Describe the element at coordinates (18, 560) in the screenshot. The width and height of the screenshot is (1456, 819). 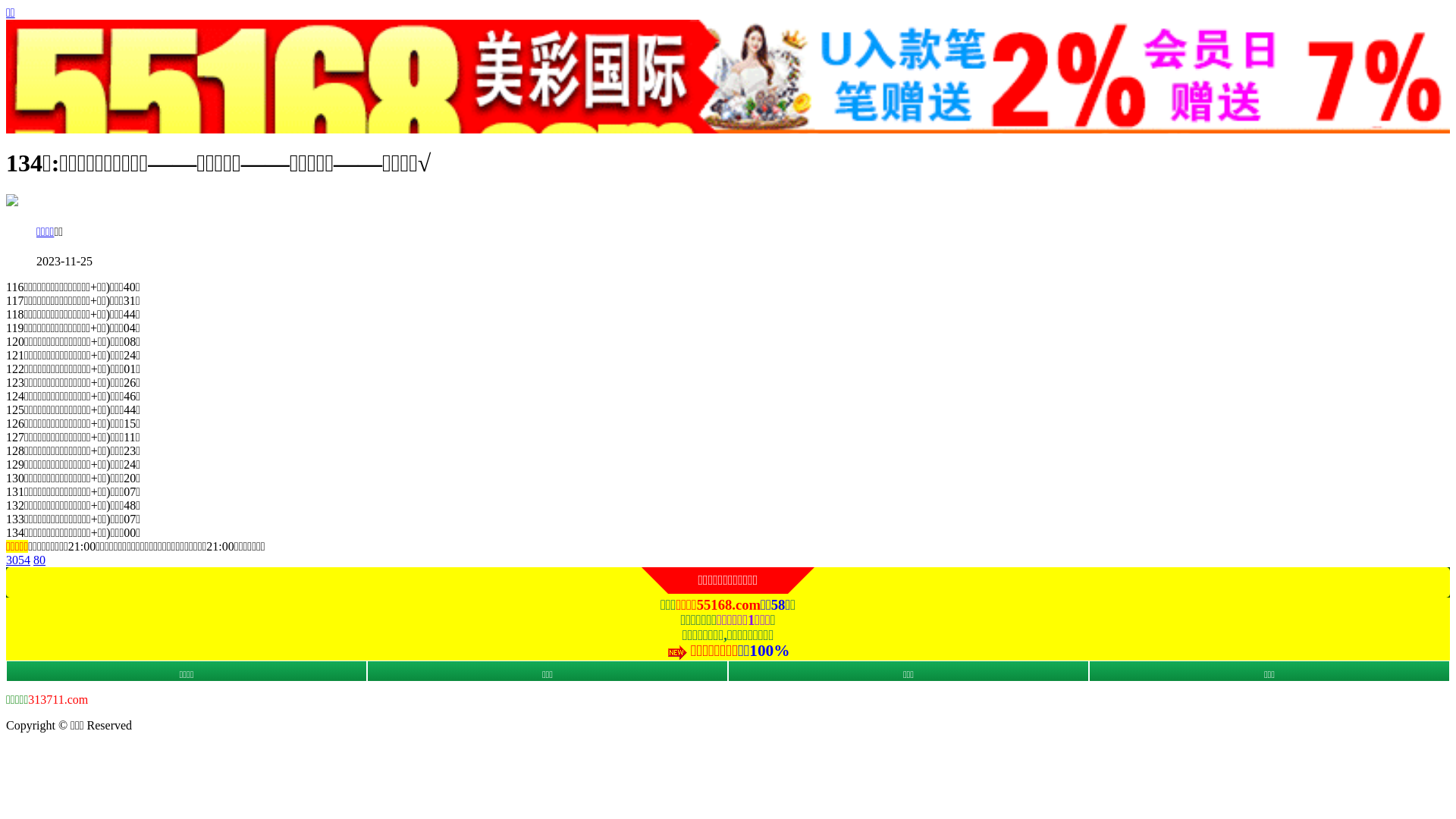
I see `'3054'` at that location.